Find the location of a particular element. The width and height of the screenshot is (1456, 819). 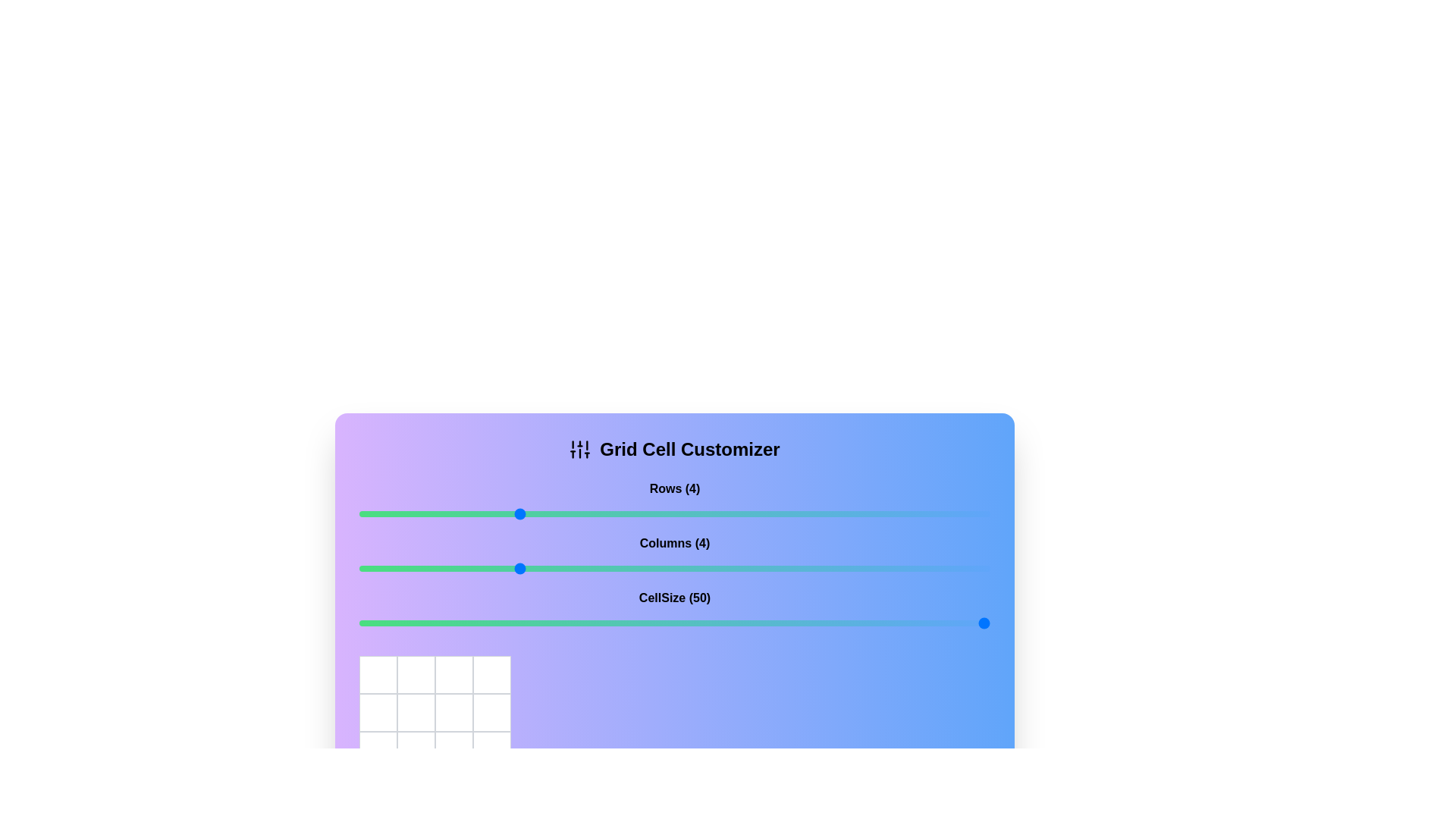

the 'CellSize' slider to 5 value is located at coordinates (595, 623).